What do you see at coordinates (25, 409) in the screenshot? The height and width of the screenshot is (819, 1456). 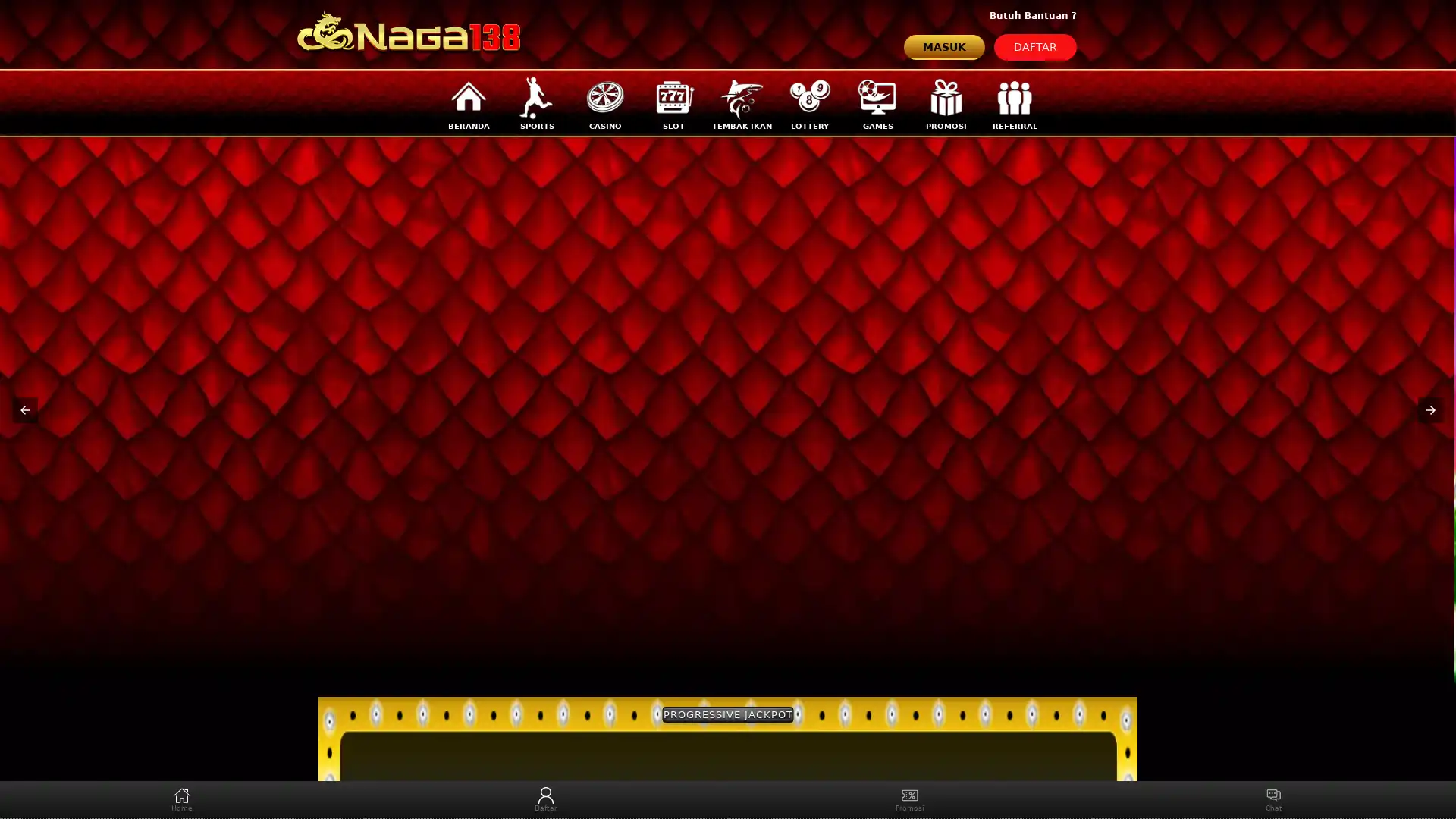 I see `Previous item in carousel (4 of 4)` at bounding box center [25, 409].